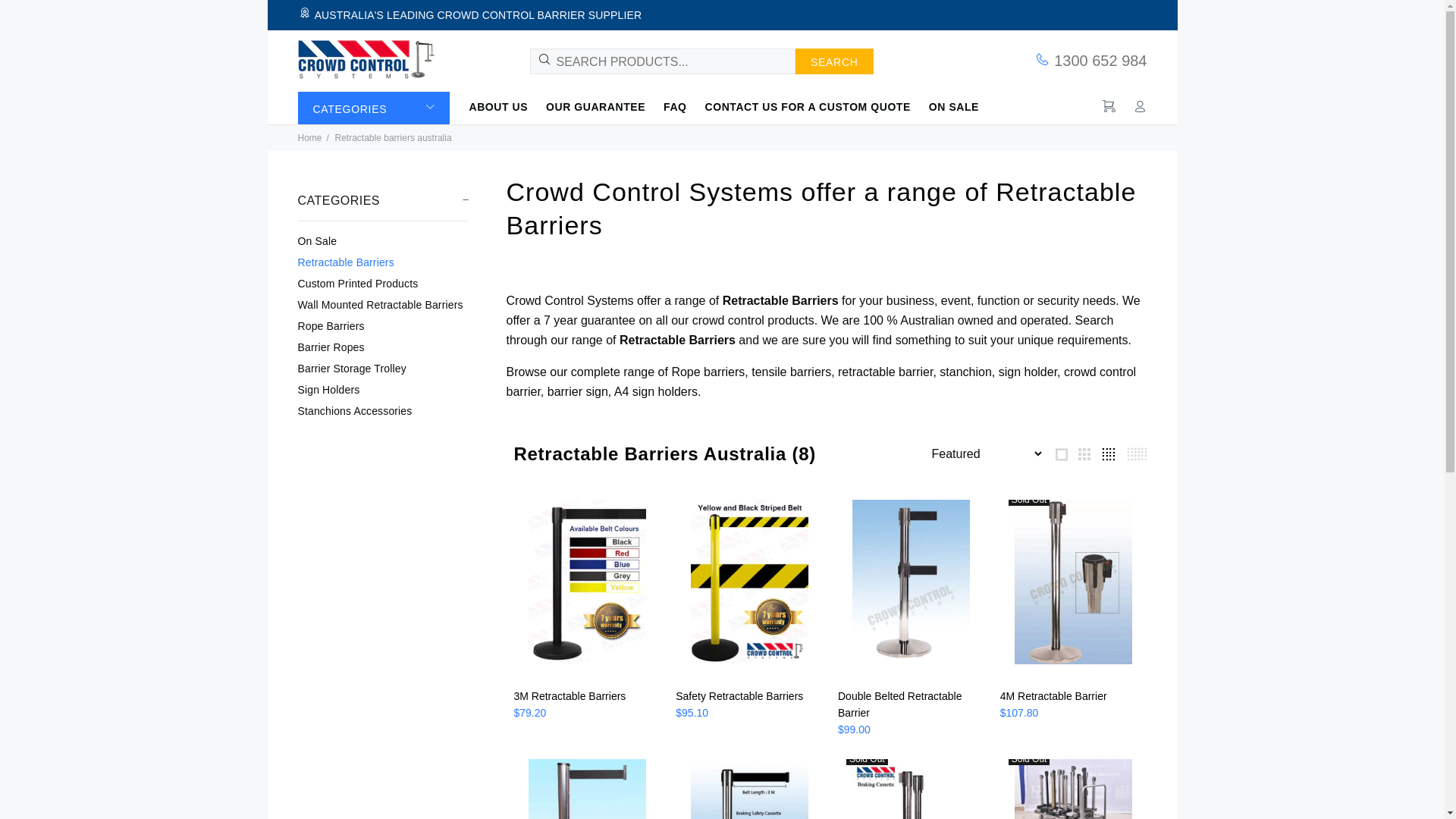  What do you see at coordinates (513, 696) in the screenshot?
I see `'3M Retractable Barriers'` at bounding box center [513, 696].